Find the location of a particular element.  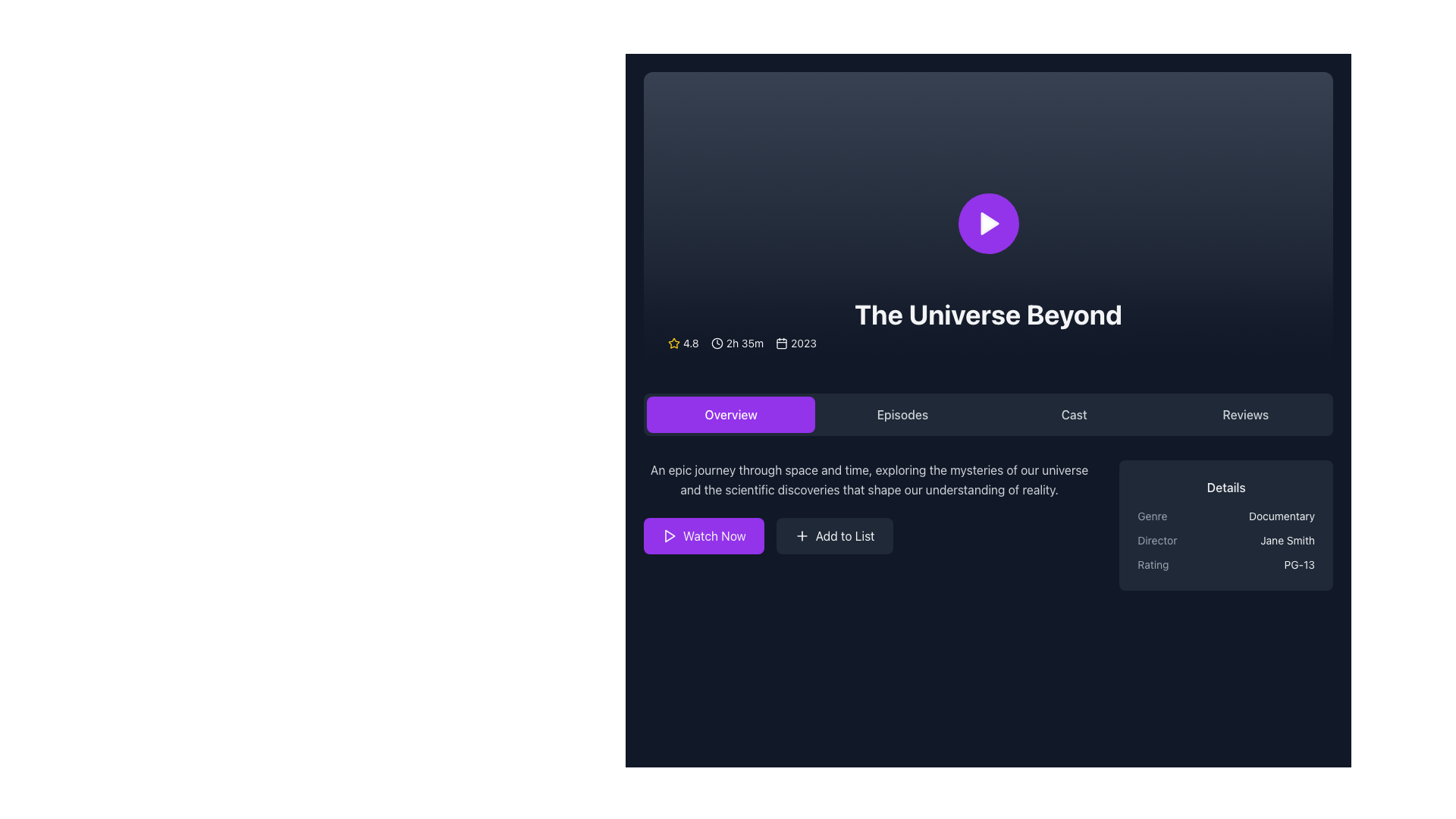

numeric text '2023' which is accompanied by a calendar icon, located within the metadata group to the right of the duration text '2h 35m' is located at coordinates (795, 343).